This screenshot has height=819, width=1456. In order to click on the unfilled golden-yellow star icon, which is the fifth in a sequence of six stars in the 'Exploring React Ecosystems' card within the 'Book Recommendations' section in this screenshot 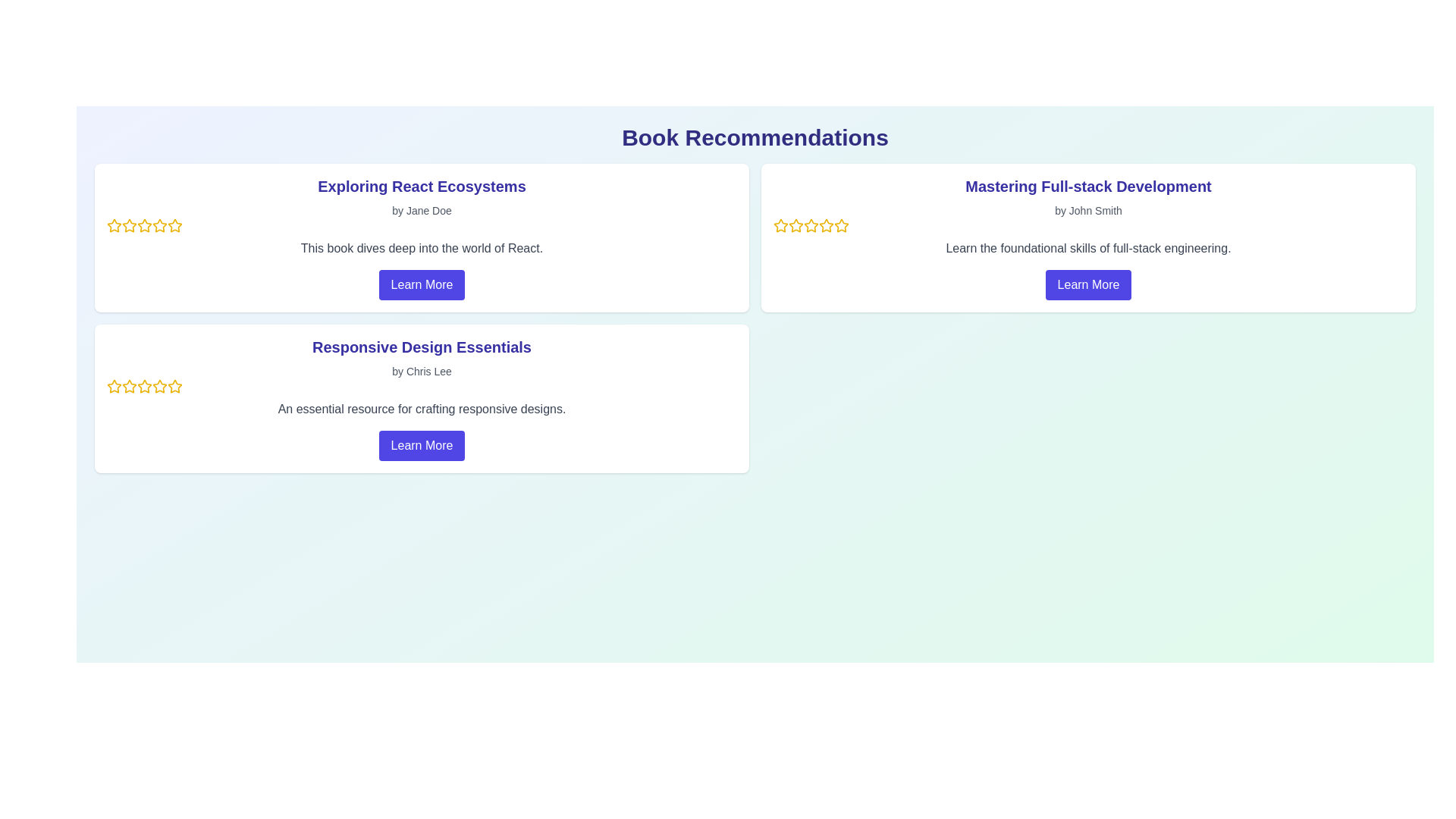, I will do `click(174, 225)`.